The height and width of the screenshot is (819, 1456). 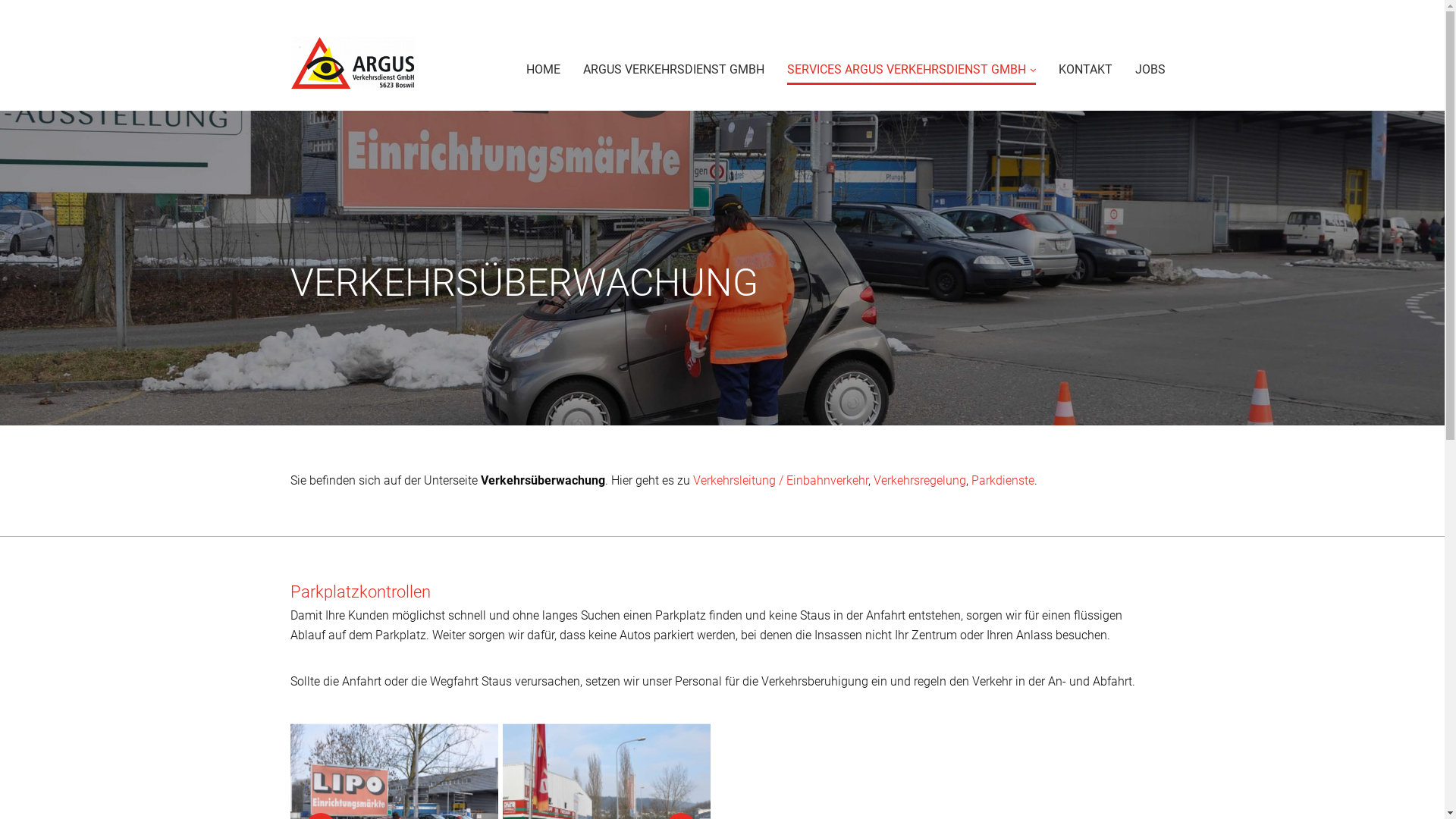 I want to click on 'Verkehrsleitung / Einbahnverkehr', so click(x=692, y=480).